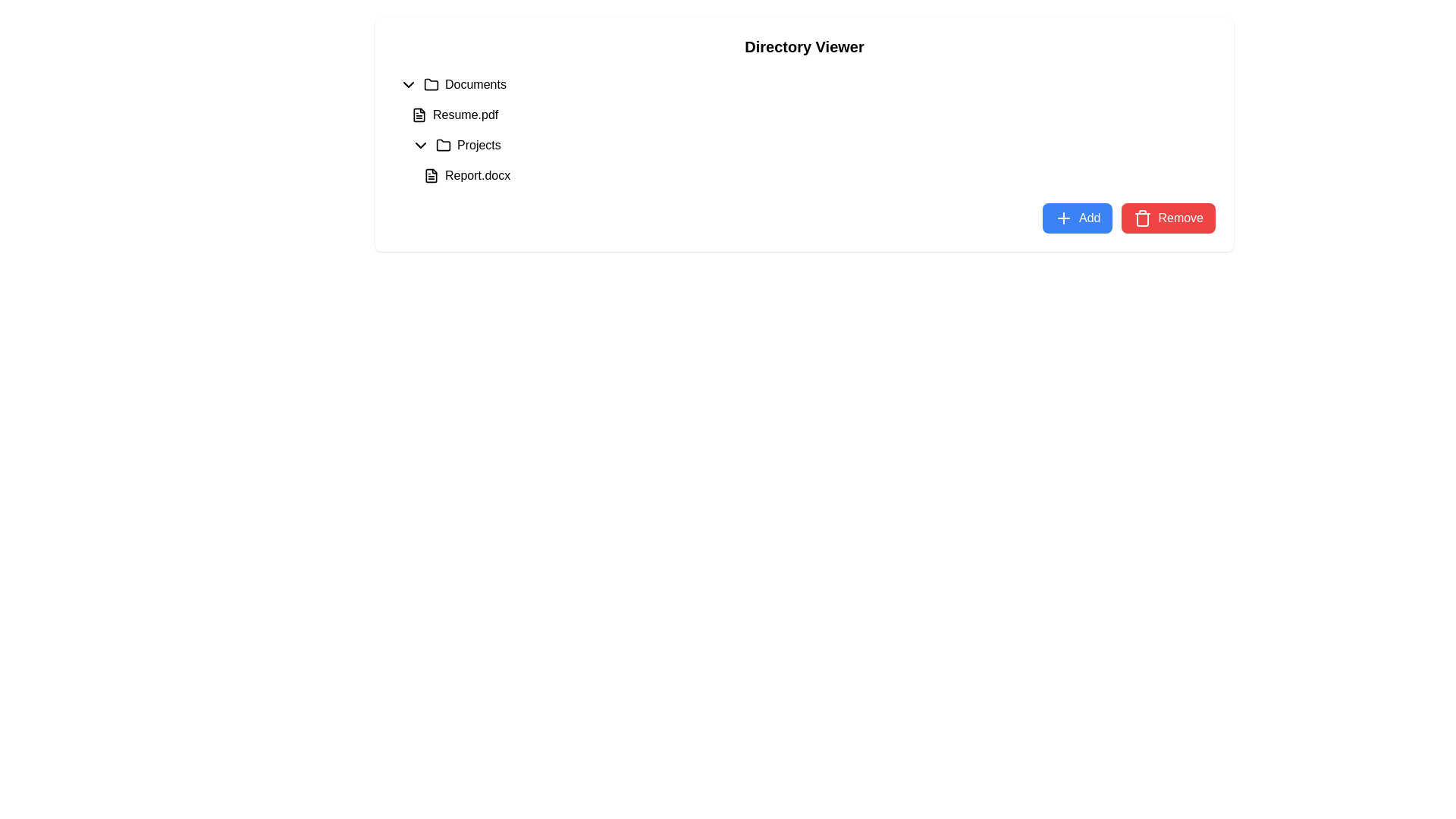 The image size is (1456, 819). I want to click on the red 'Remove' button with rounded corners and a trash bin icon, located in the bottom-right area of the main section, so click(1168, 218).